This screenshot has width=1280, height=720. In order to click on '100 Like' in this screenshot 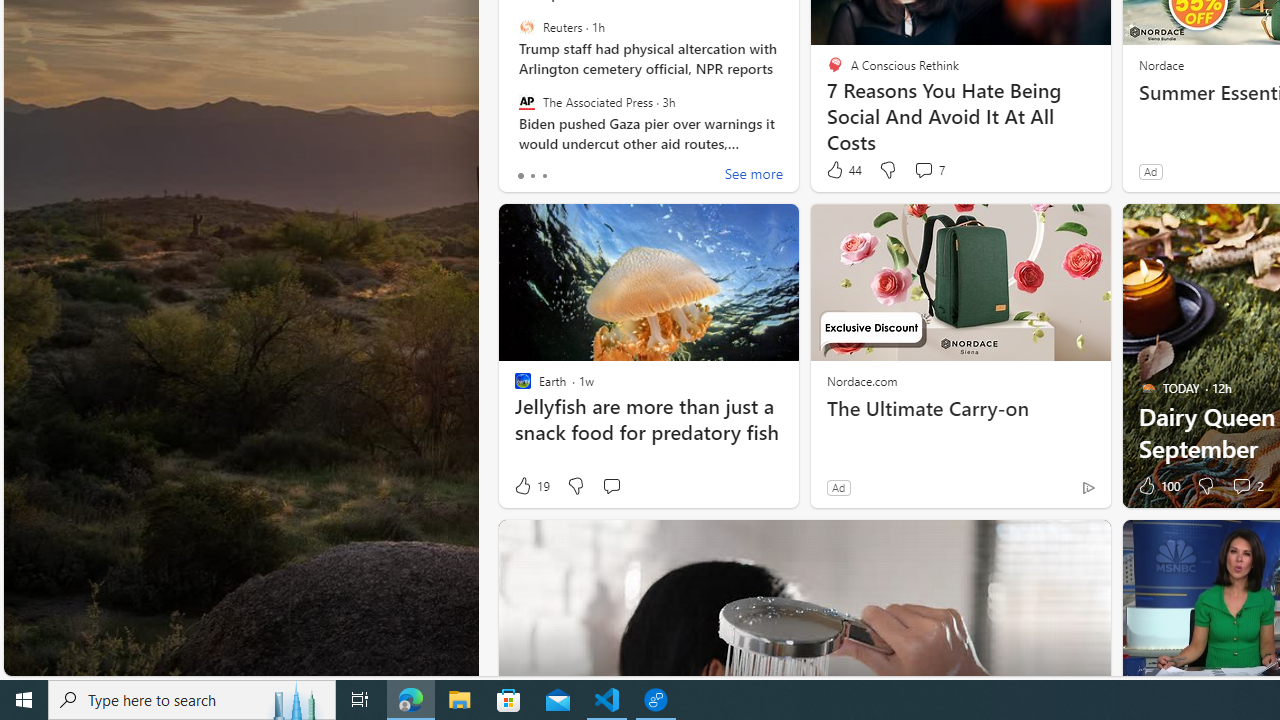, I will do `click(1157, 486)`.